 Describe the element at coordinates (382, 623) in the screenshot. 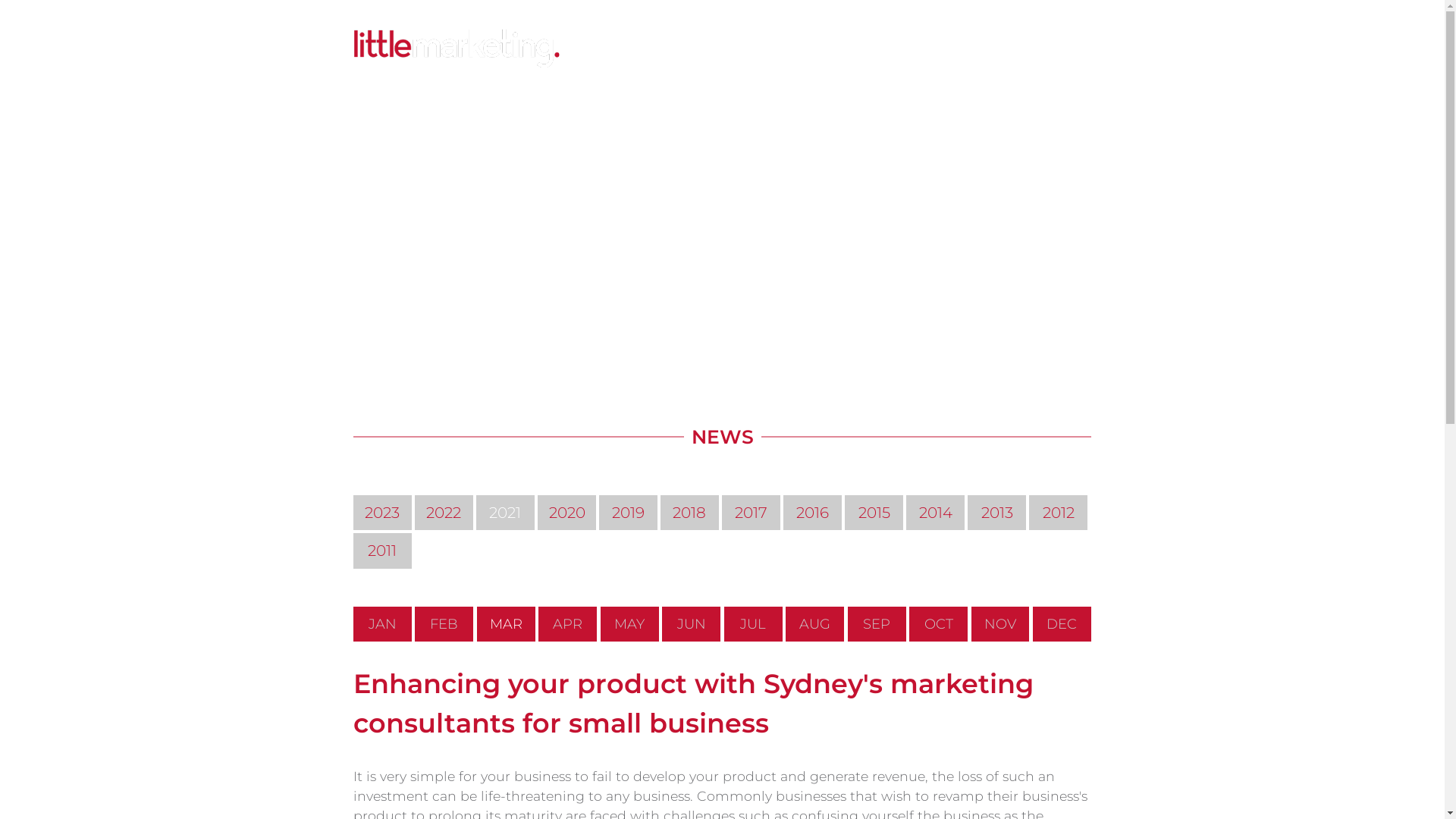

I see `'JAN'` at that location.